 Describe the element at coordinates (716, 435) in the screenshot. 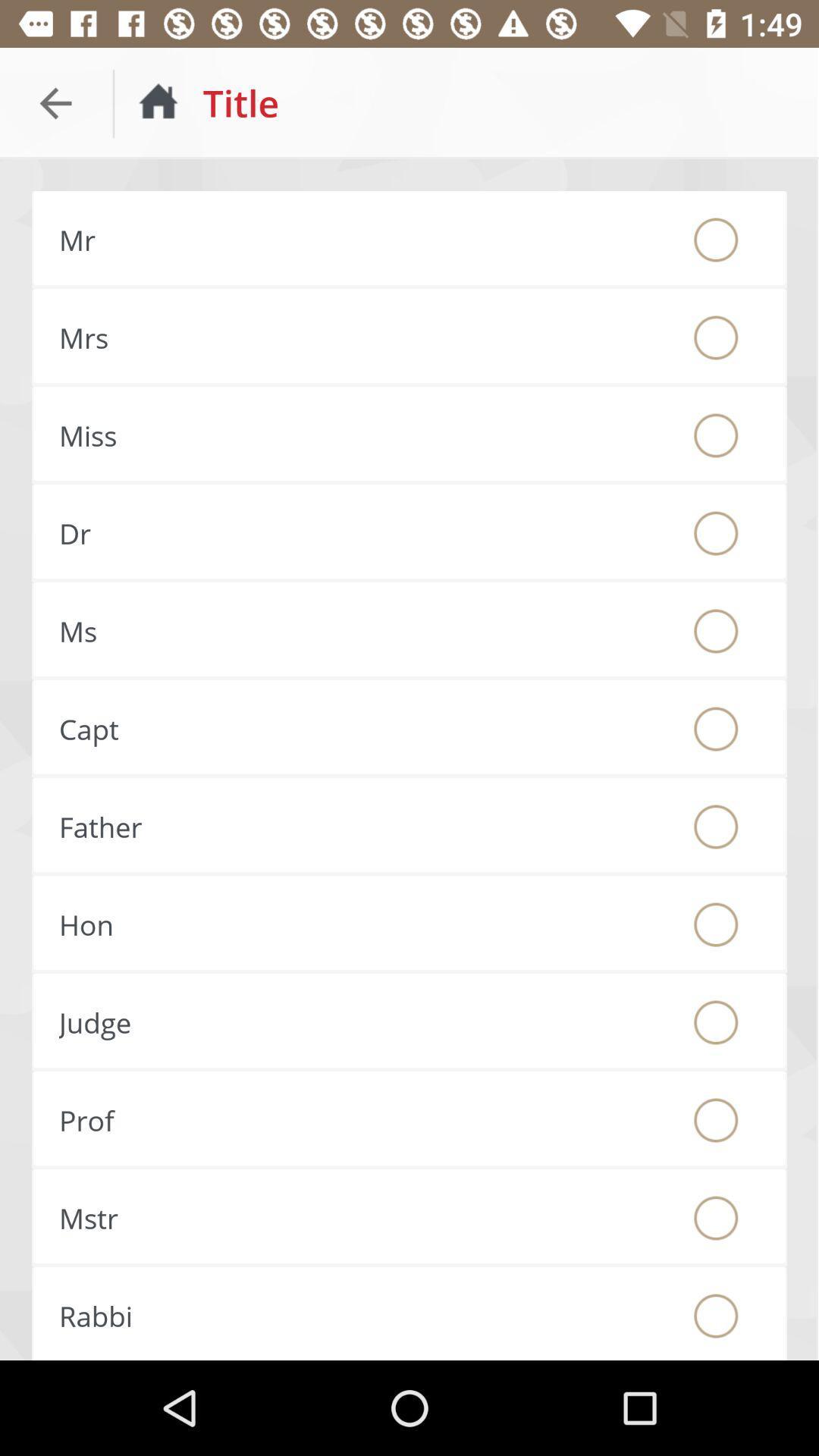

I see `title selection` at that location.